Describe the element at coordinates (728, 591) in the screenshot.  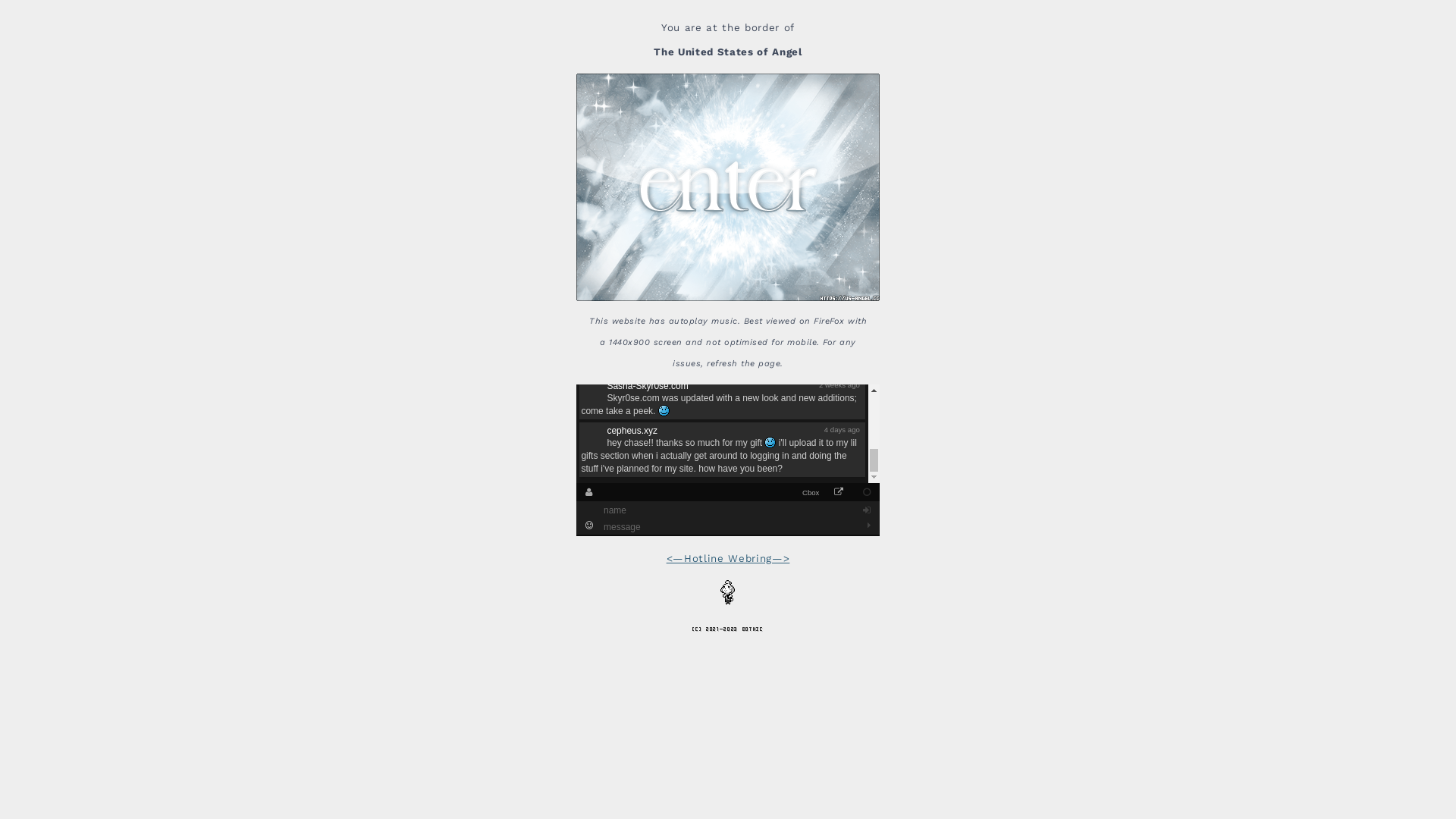
I see `'pixel friends | Isabelle'` at that location.